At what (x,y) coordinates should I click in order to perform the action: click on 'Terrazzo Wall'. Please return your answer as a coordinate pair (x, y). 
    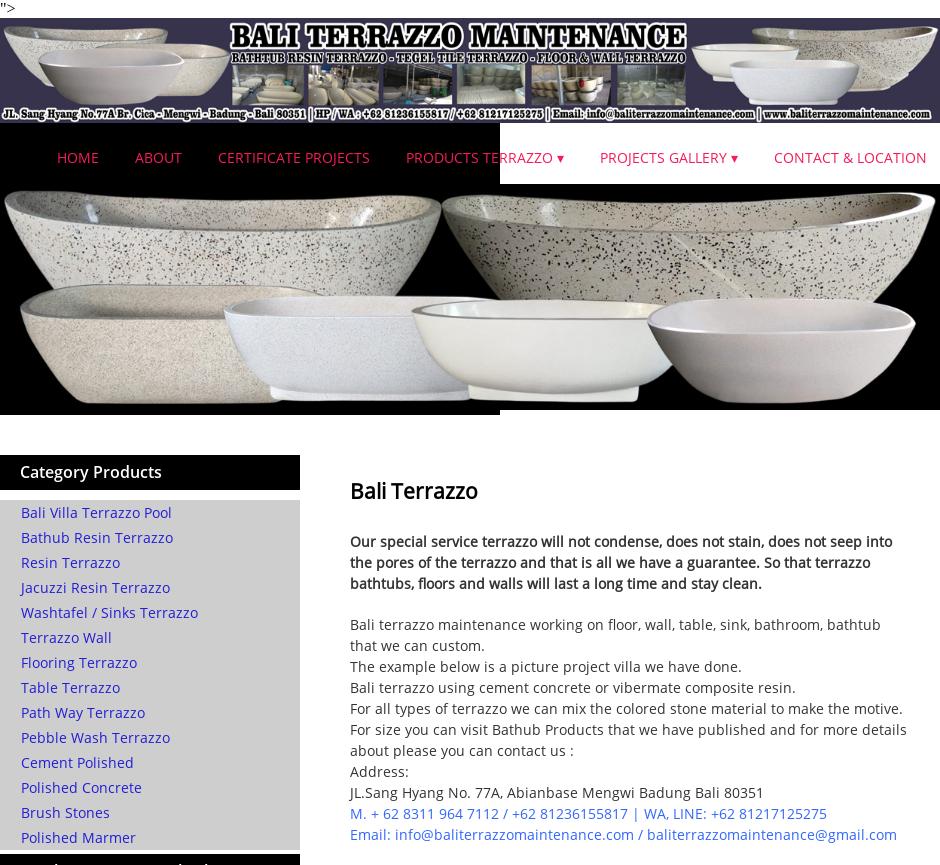
    Looking at the image, I should click on (65, 637).